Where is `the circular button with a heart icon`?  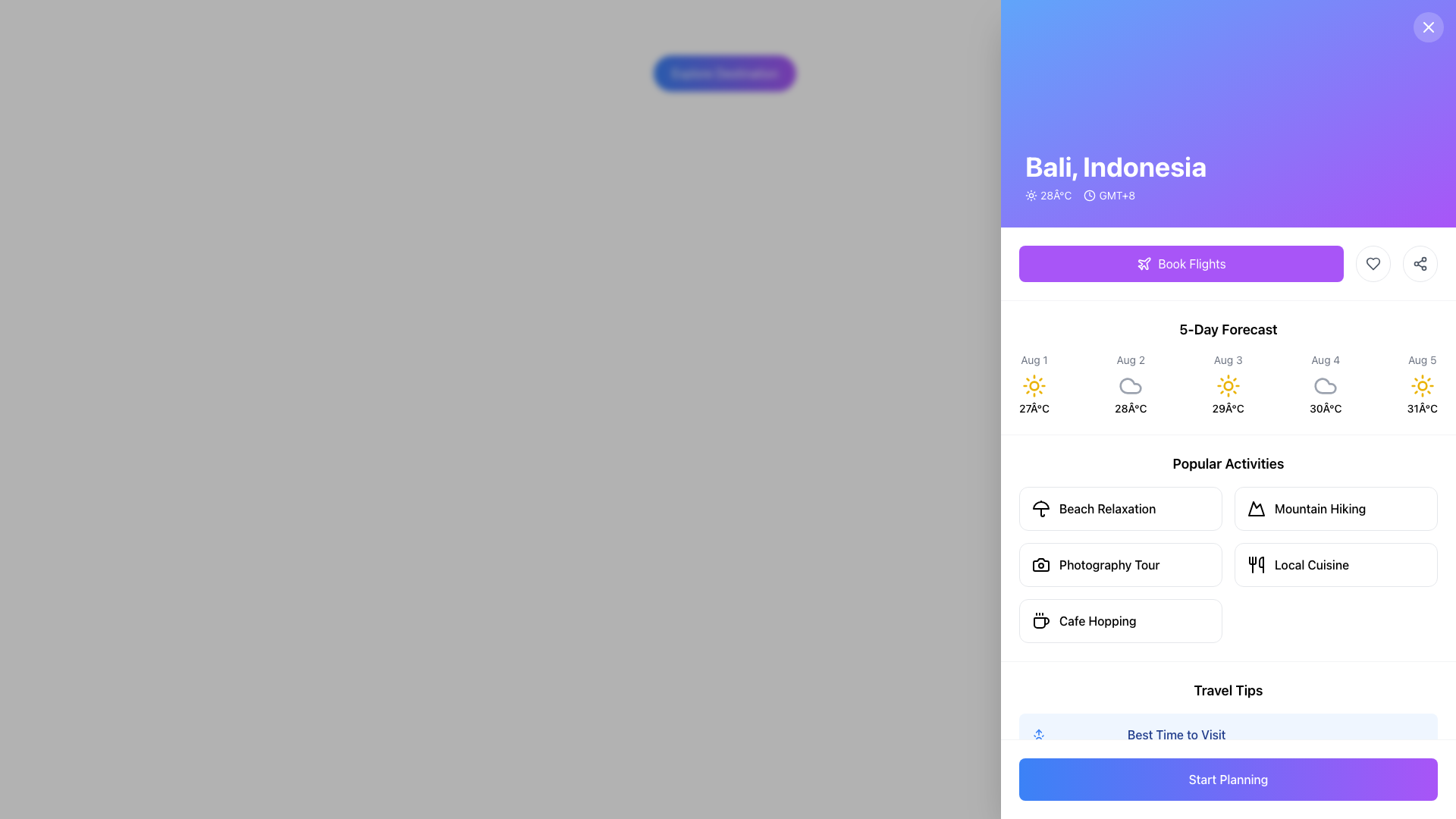
the circular button with a heart icon is located at coordinates (1373, 262).